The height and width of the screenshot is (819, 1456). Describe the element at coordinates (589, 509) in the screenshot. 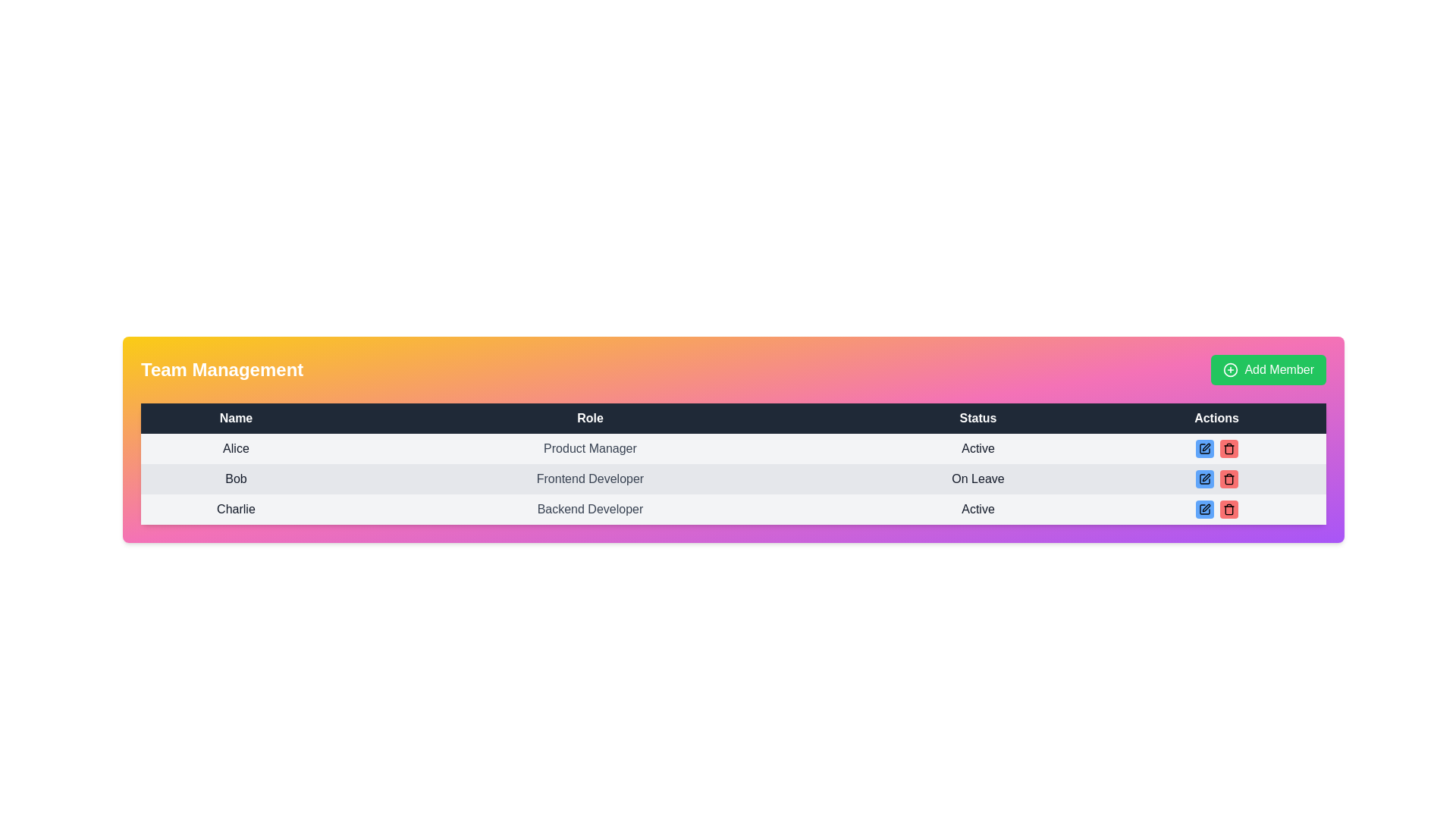

I see `the text label displaying the job role of user 'Charlie', indicating their position as 'Backend Developer', located in the third row of the table under the 'Role' column` at that location.